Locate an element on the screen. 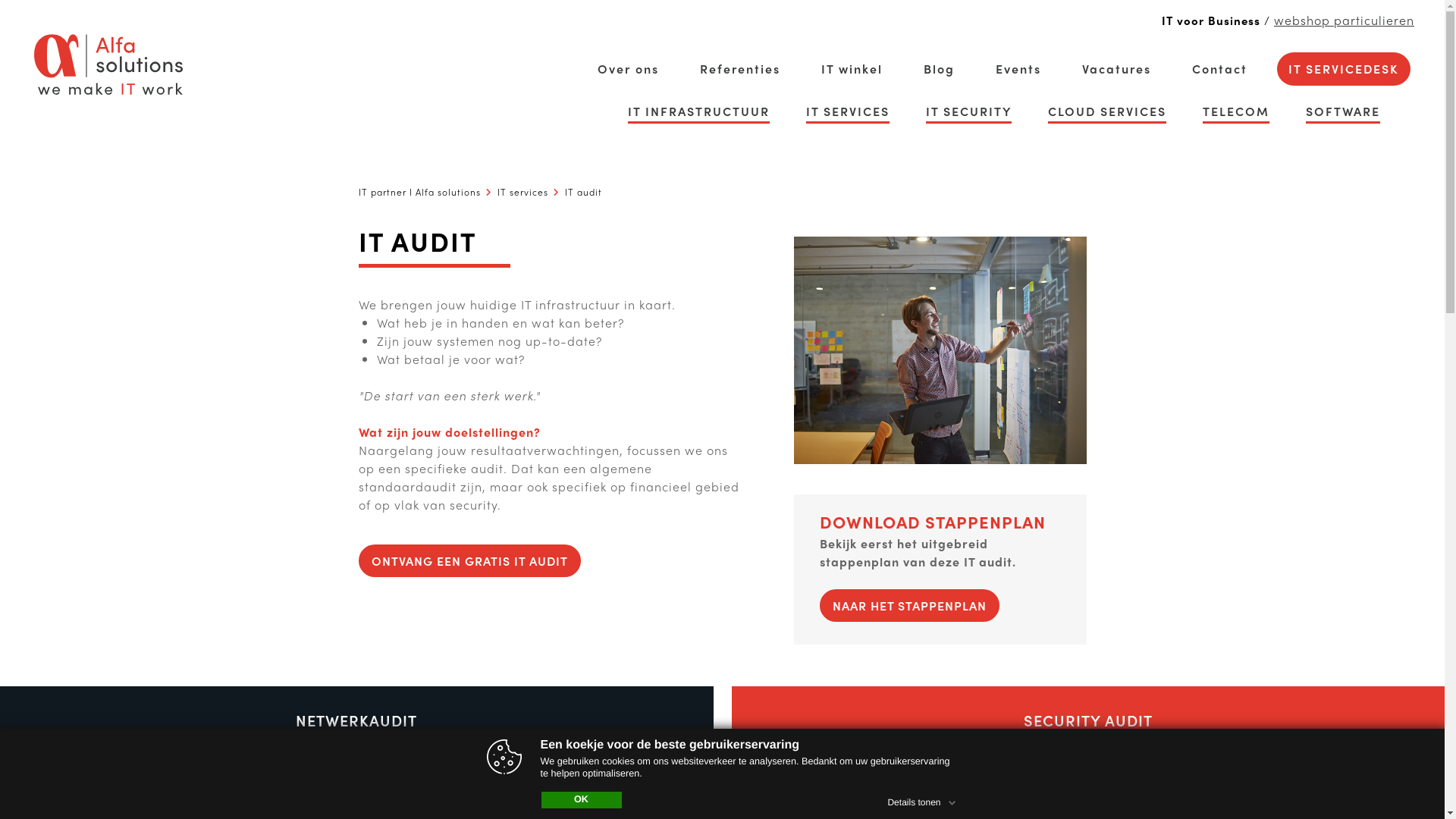 Image resolution: width=1456 pixels, height=819 pixels. 'Details tonen' is located at coordinates (922, 799).